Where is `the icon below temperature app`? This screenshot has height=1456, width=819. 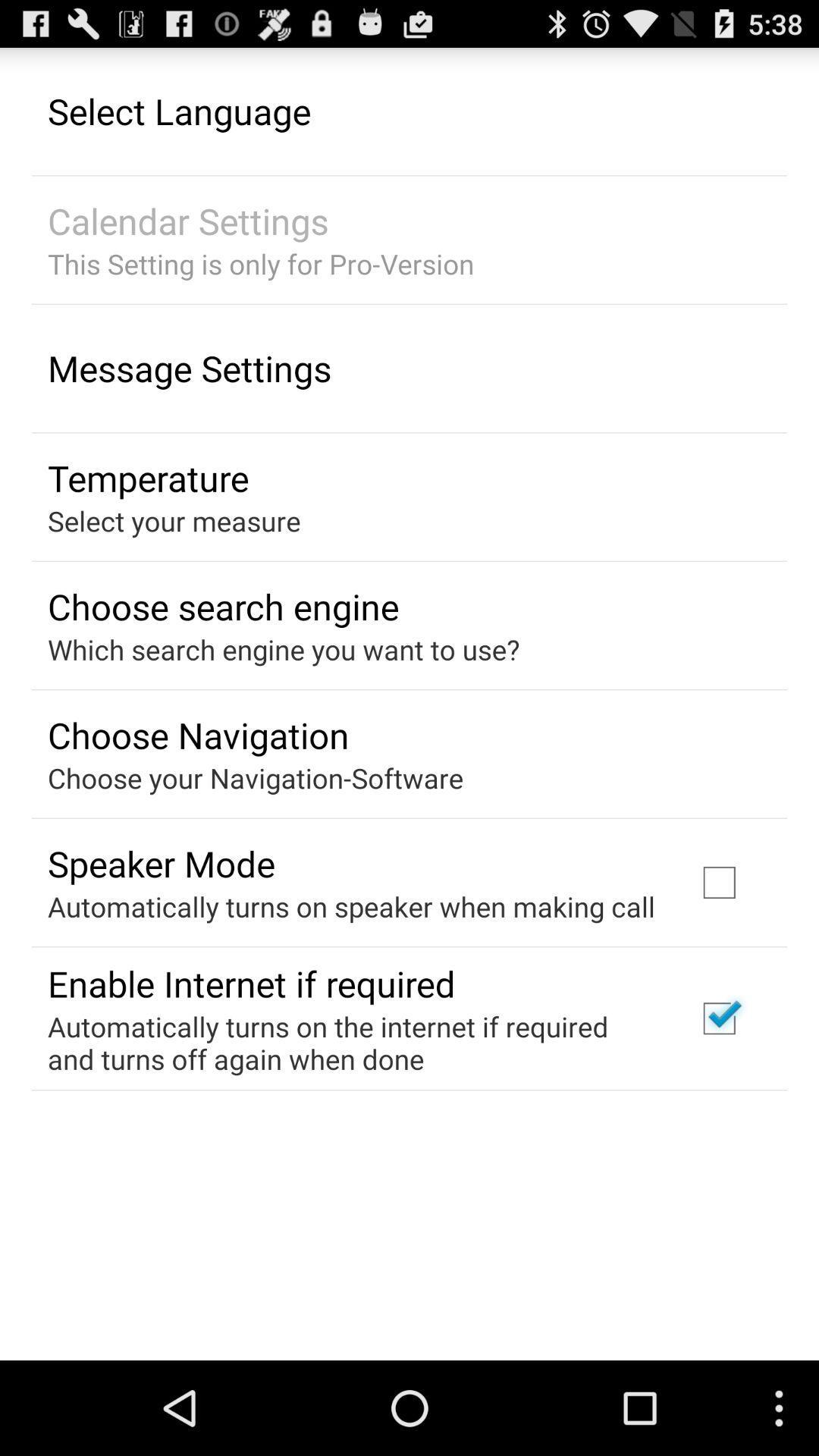
the icon below temperature app is located at coordinates (173, 520).